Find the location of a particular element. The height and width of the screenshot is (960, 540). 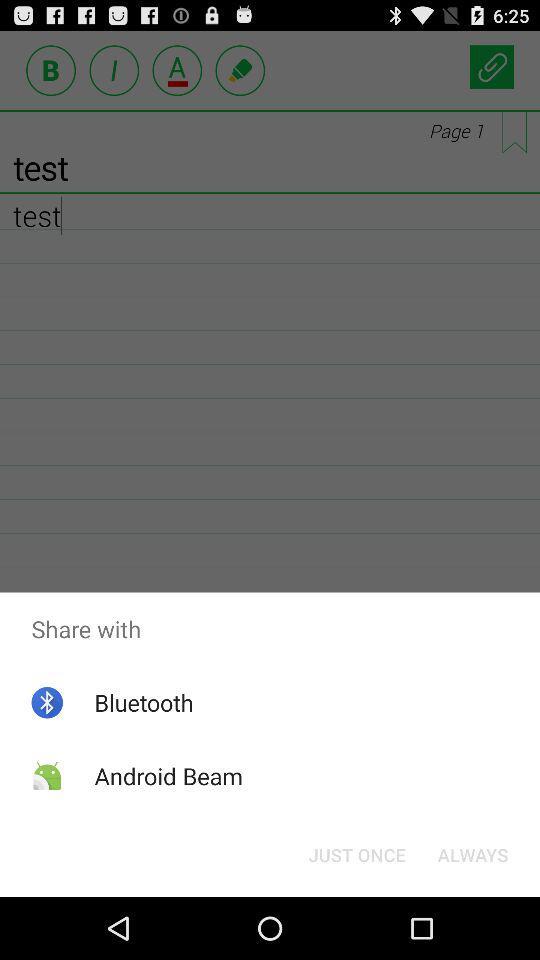

the button at the bottom right corner is located at coordinates (472, 853).